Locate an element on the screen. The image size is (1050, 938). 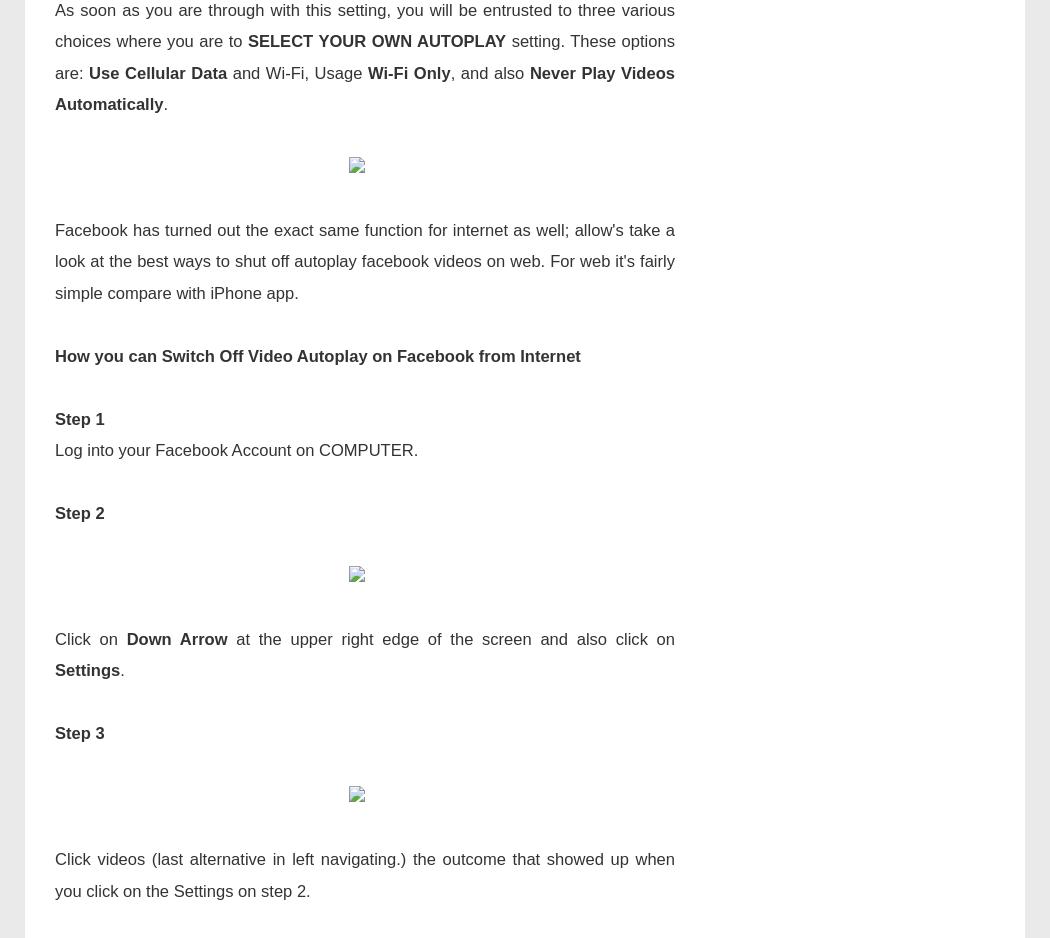
'and Wi-Fi, Usage' is located at coordinates (296, 72).